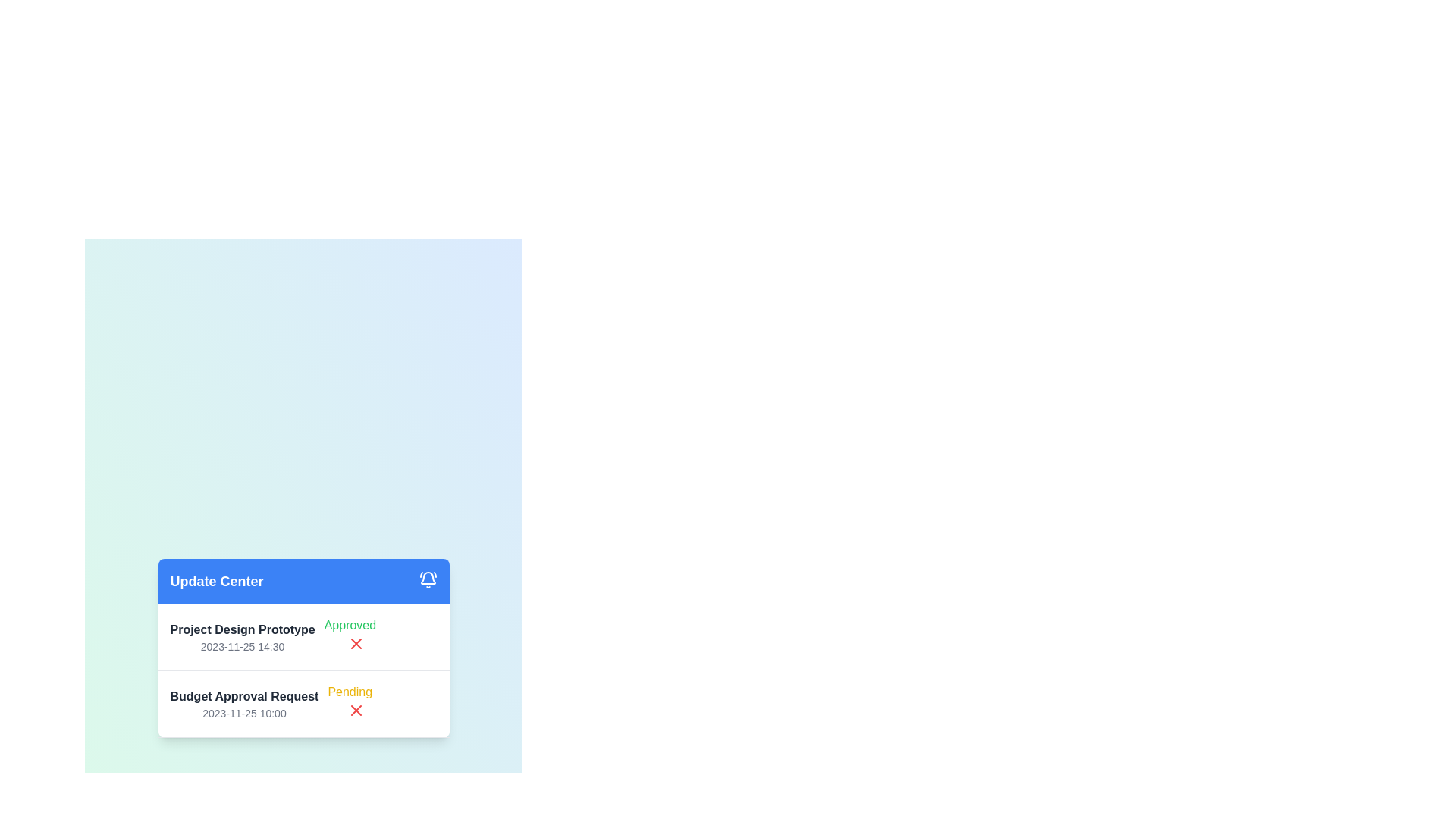 The image size is (1456, 819). I want to click on the negative action icon located to the right of the 'Approved' label in the 'Project Design Prototype' row, so click(355, 711).